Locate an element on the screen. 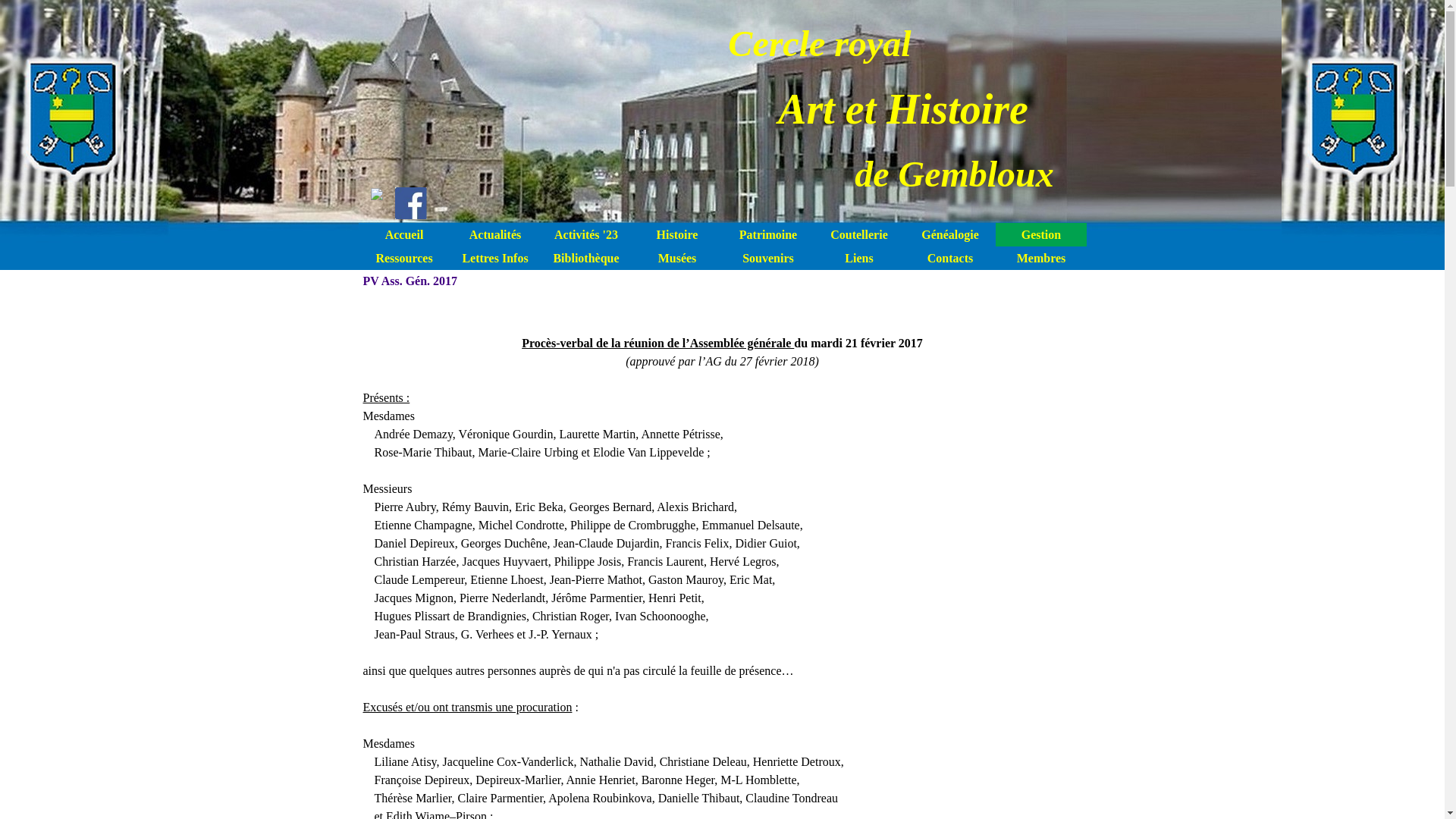 The height and width of the screenshot is (819, 1456). 'Lettres Infos' is located at coordinates (494, 257).